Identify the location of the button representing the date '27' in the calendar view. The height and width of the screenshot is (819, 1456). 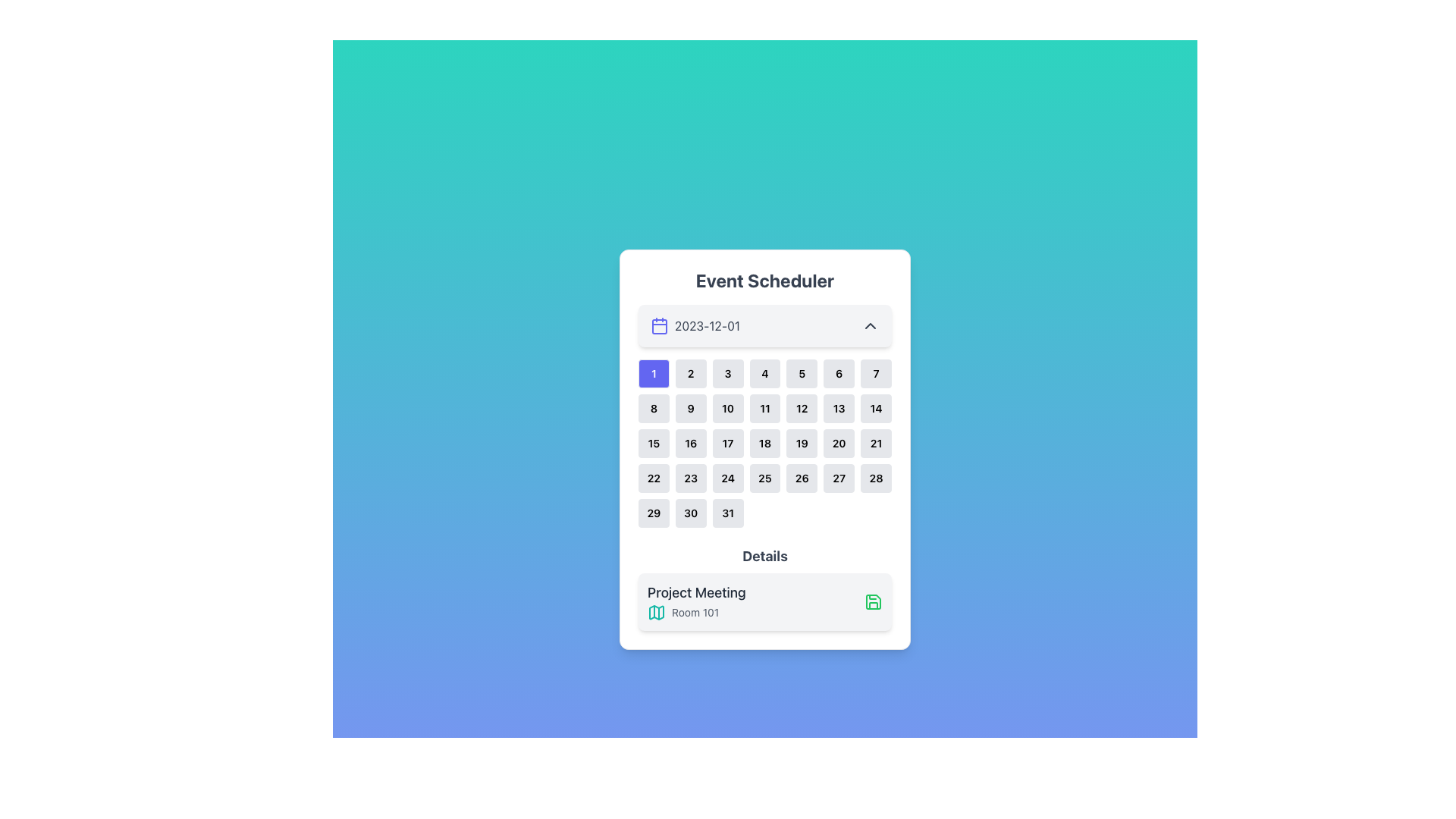
(838, 479).